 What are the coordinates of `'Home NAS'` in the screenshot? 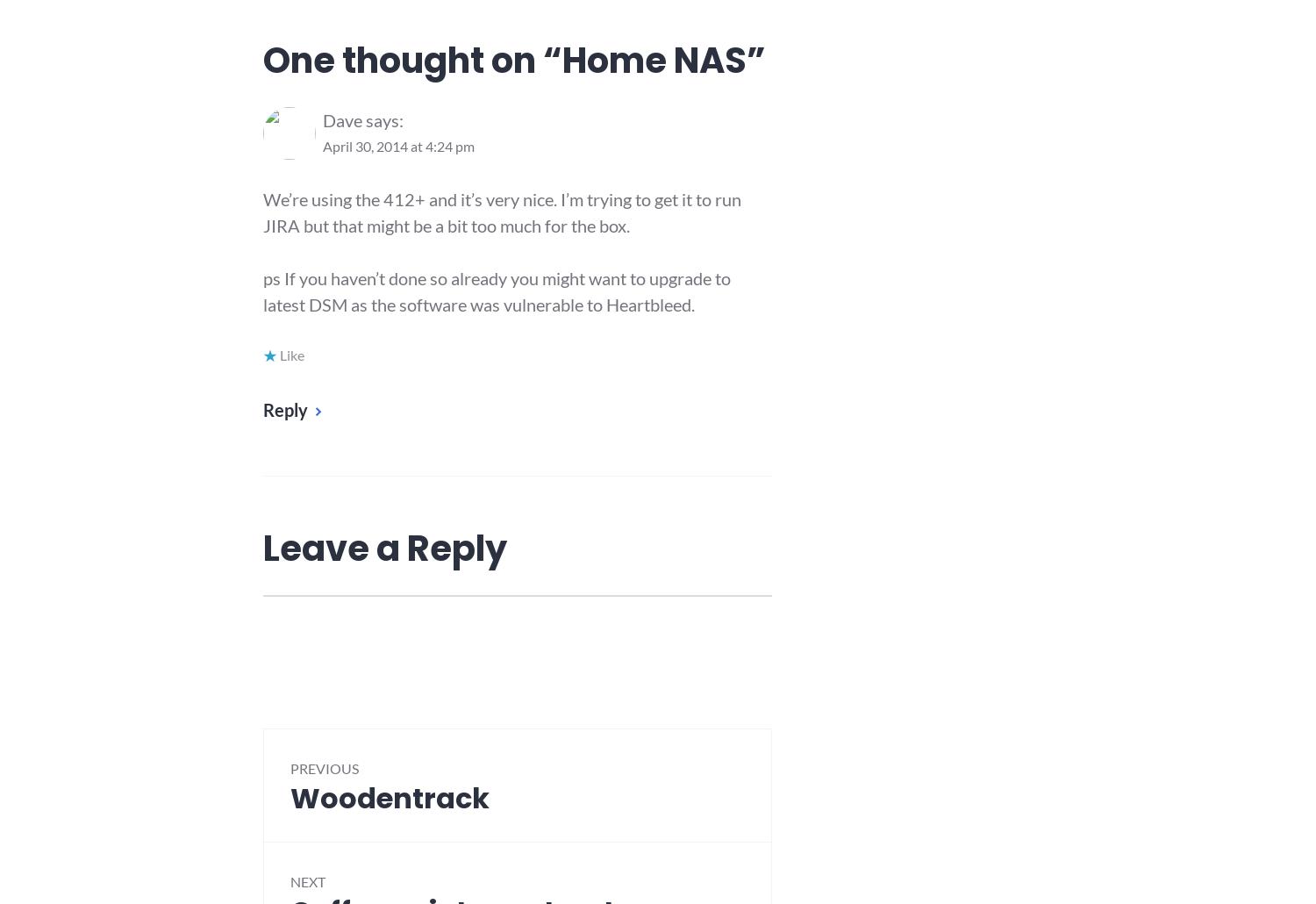 It's located at (653, 61).